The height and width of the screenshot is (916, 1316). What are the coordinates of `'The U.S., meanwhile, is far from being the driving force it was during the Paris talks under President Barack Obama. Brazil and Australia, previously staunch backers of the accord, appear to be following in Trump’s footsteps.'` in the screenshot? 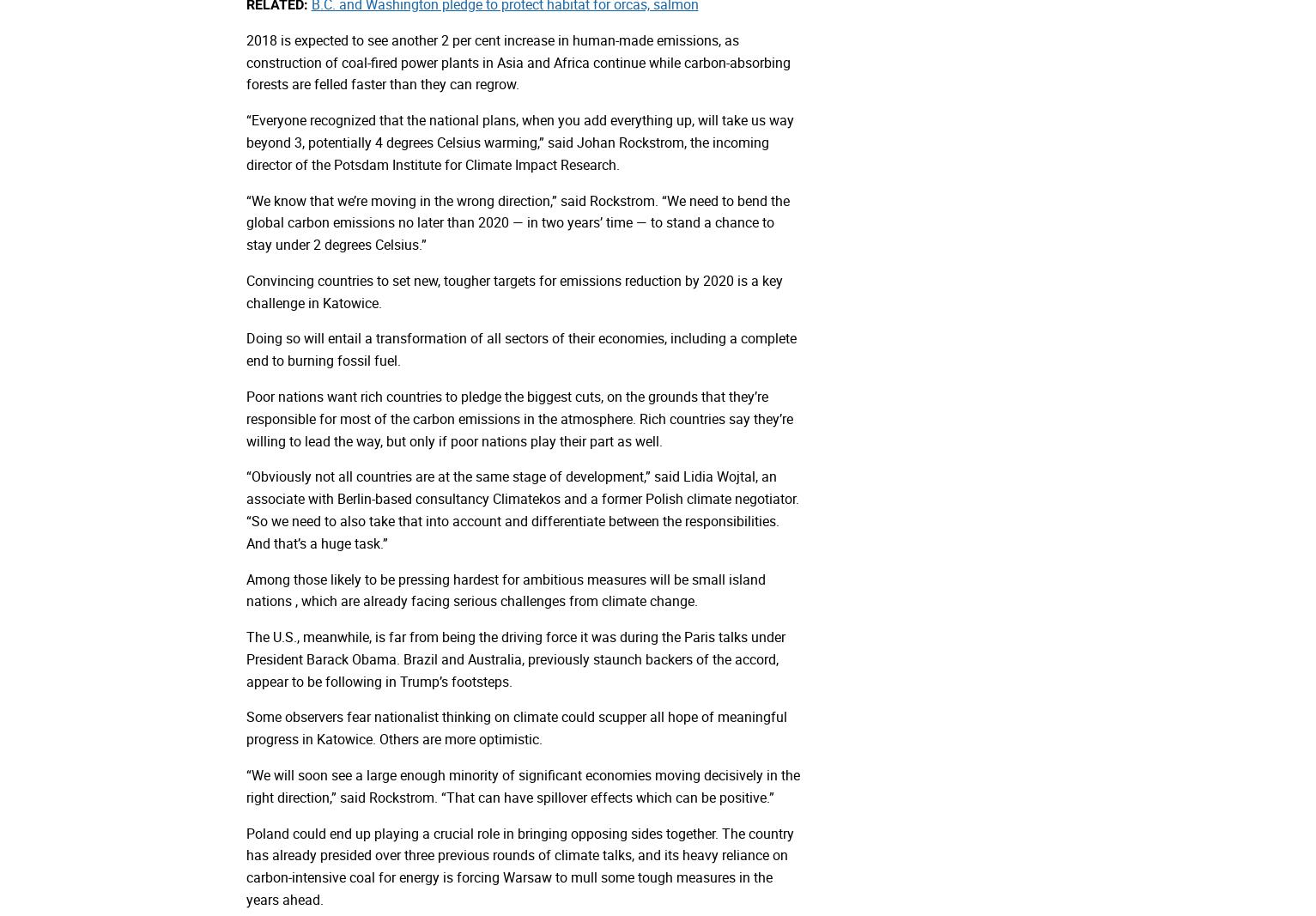 It's located at (514, 658).